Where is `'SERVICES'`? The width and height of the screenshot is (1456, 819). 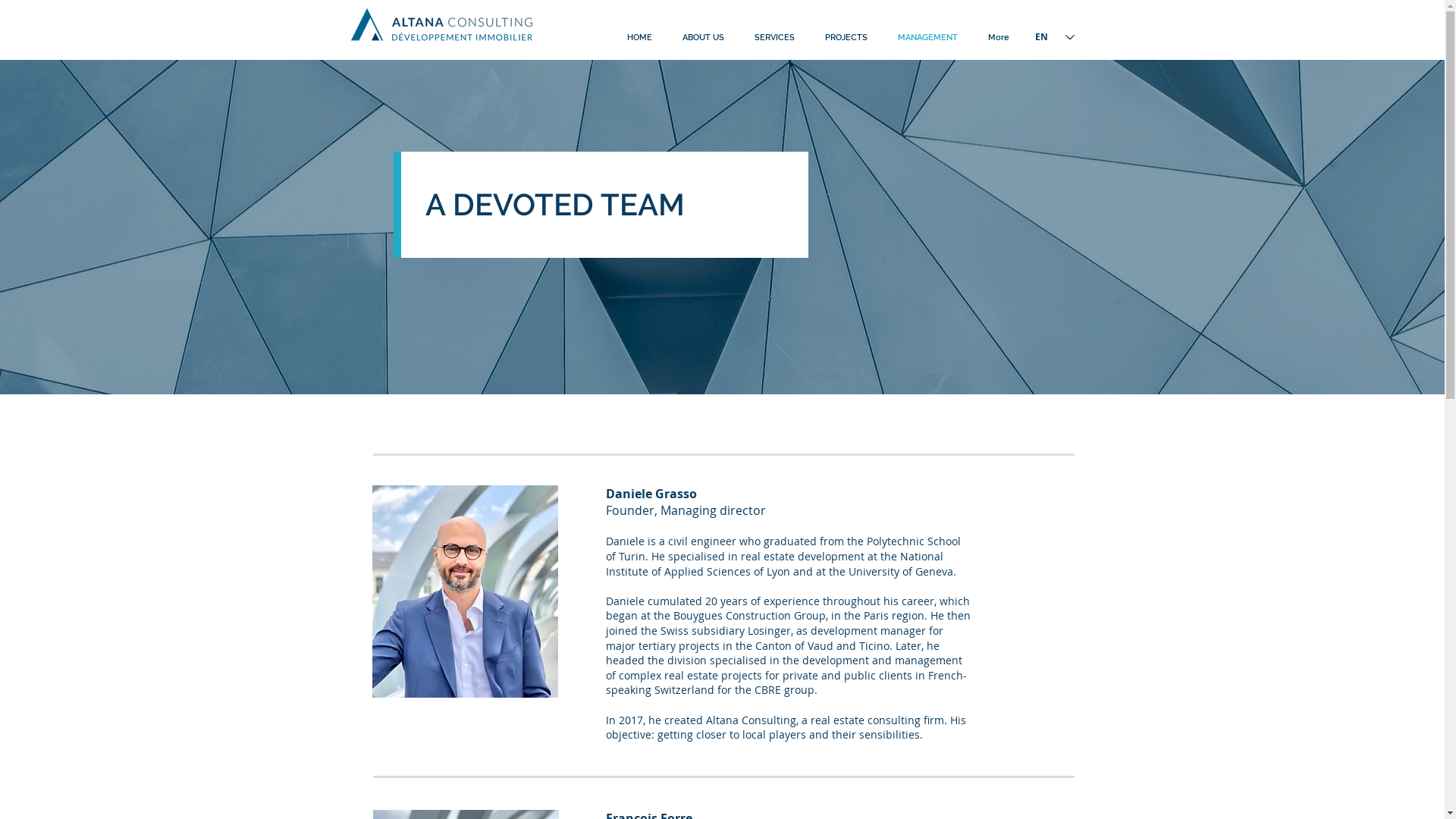
'SERVICES' is located at coordinates (773, 37).